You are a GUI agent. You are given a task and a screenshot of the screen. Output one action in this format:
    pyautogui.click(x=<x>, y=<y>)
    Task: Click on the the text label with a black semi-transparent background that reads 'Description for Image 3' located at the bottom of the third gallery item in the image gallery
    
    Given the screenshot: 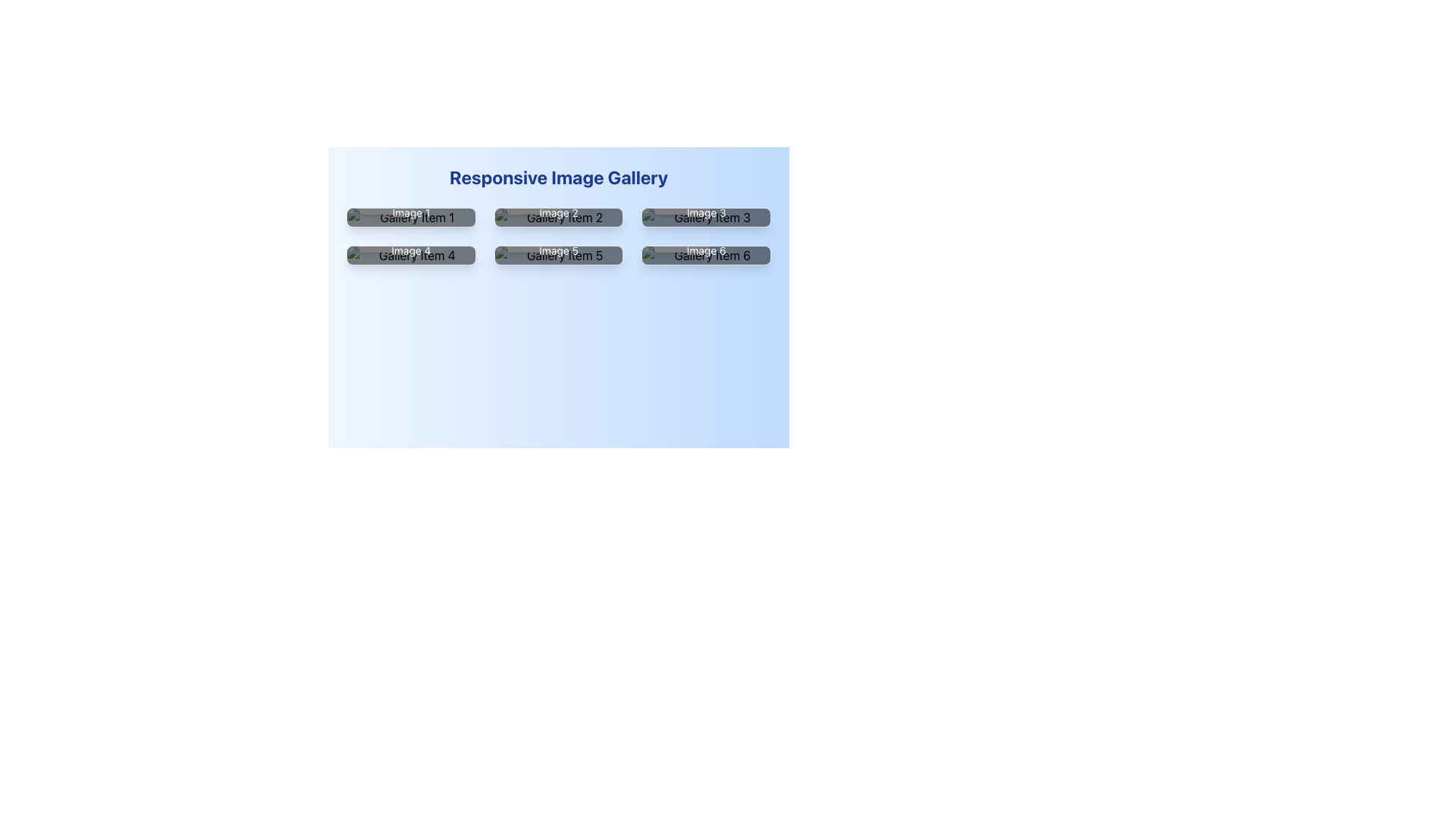 What is the action you would take?
    pyautogui.click(x=705, y=205)
    